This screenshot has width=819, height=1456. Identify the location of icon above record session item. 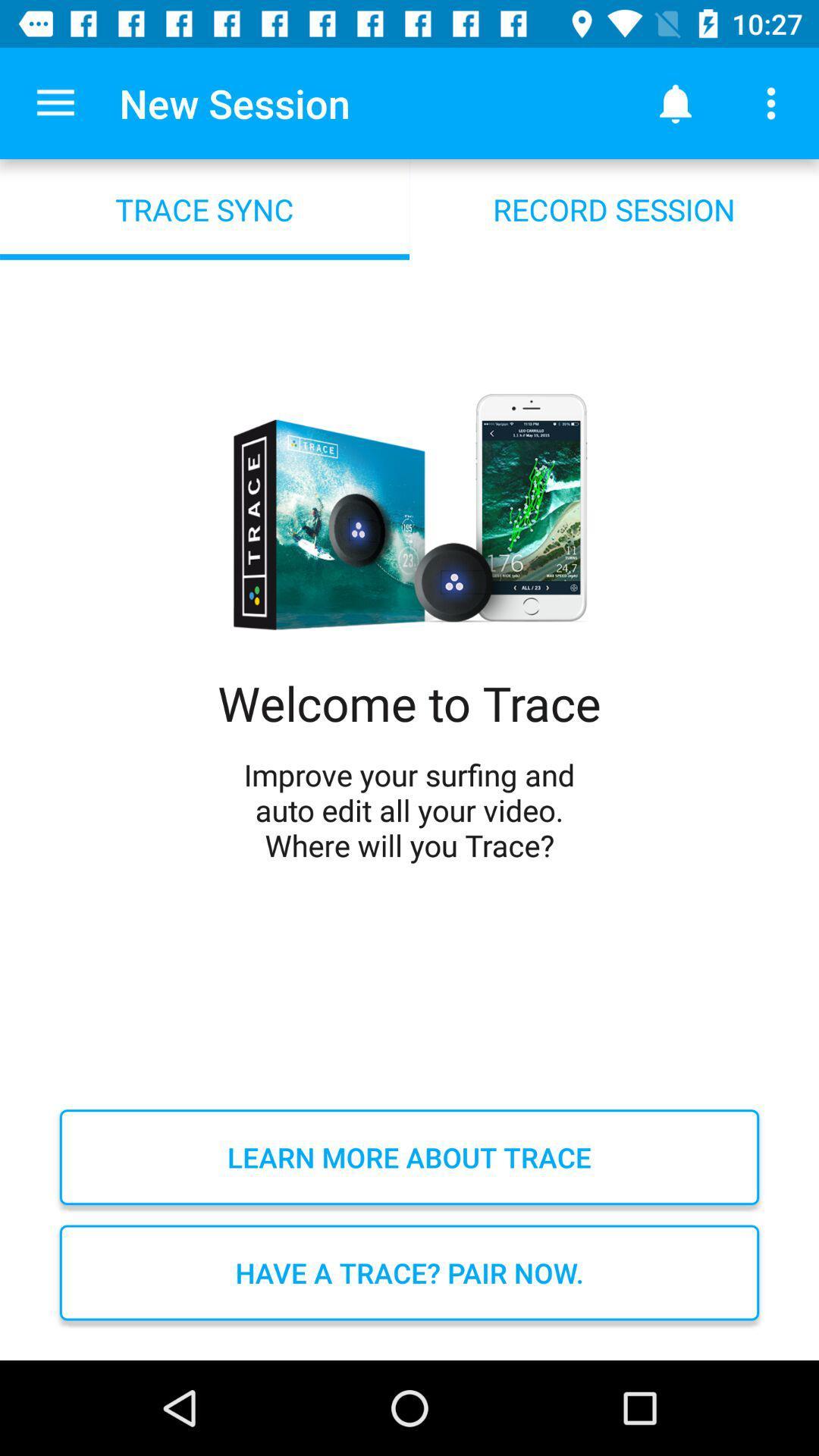
(771, 102).